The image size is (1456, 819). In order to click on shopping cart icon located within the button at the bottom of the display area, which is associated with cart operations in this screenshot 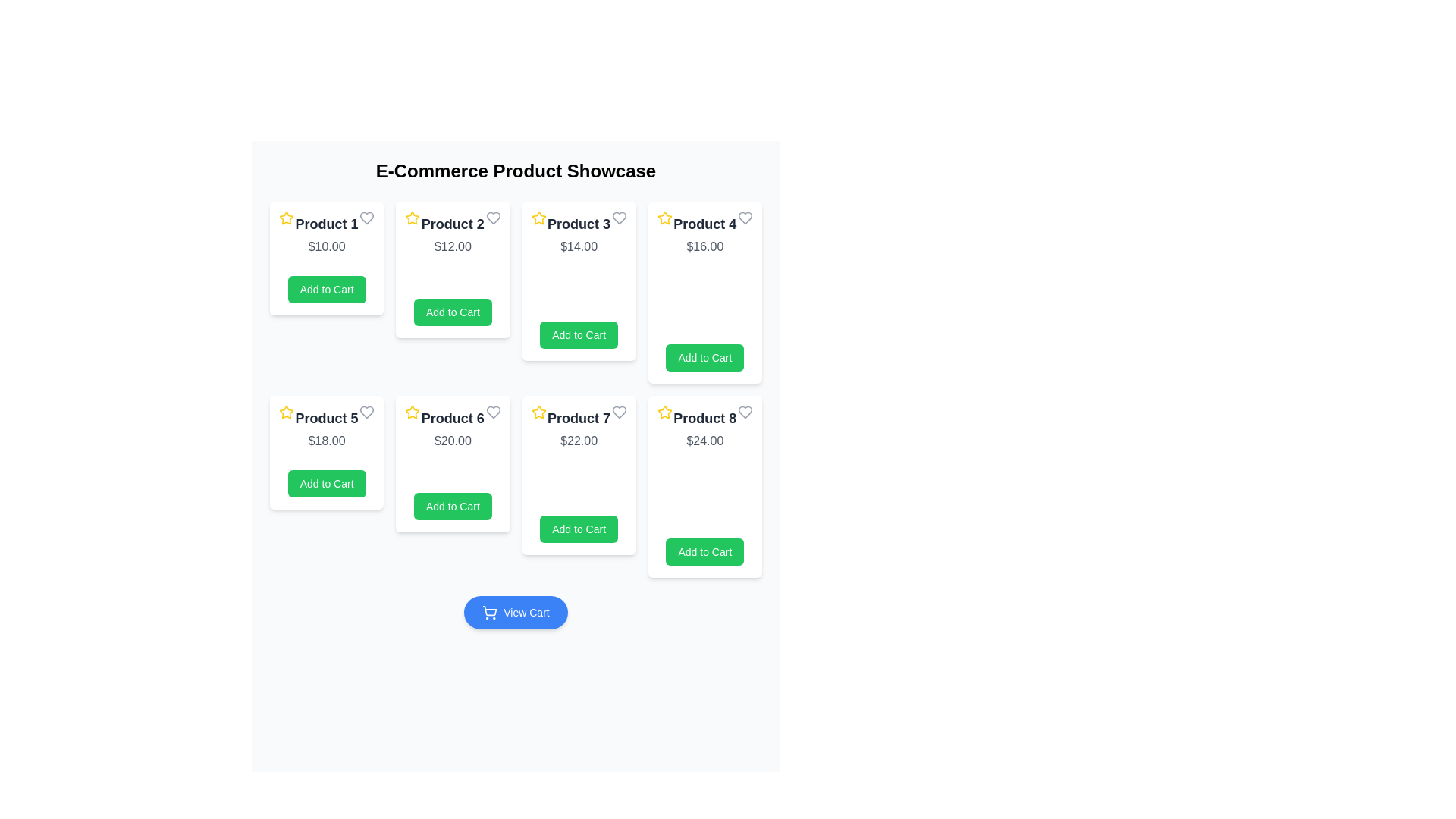, I will do `click(490, 611)`.